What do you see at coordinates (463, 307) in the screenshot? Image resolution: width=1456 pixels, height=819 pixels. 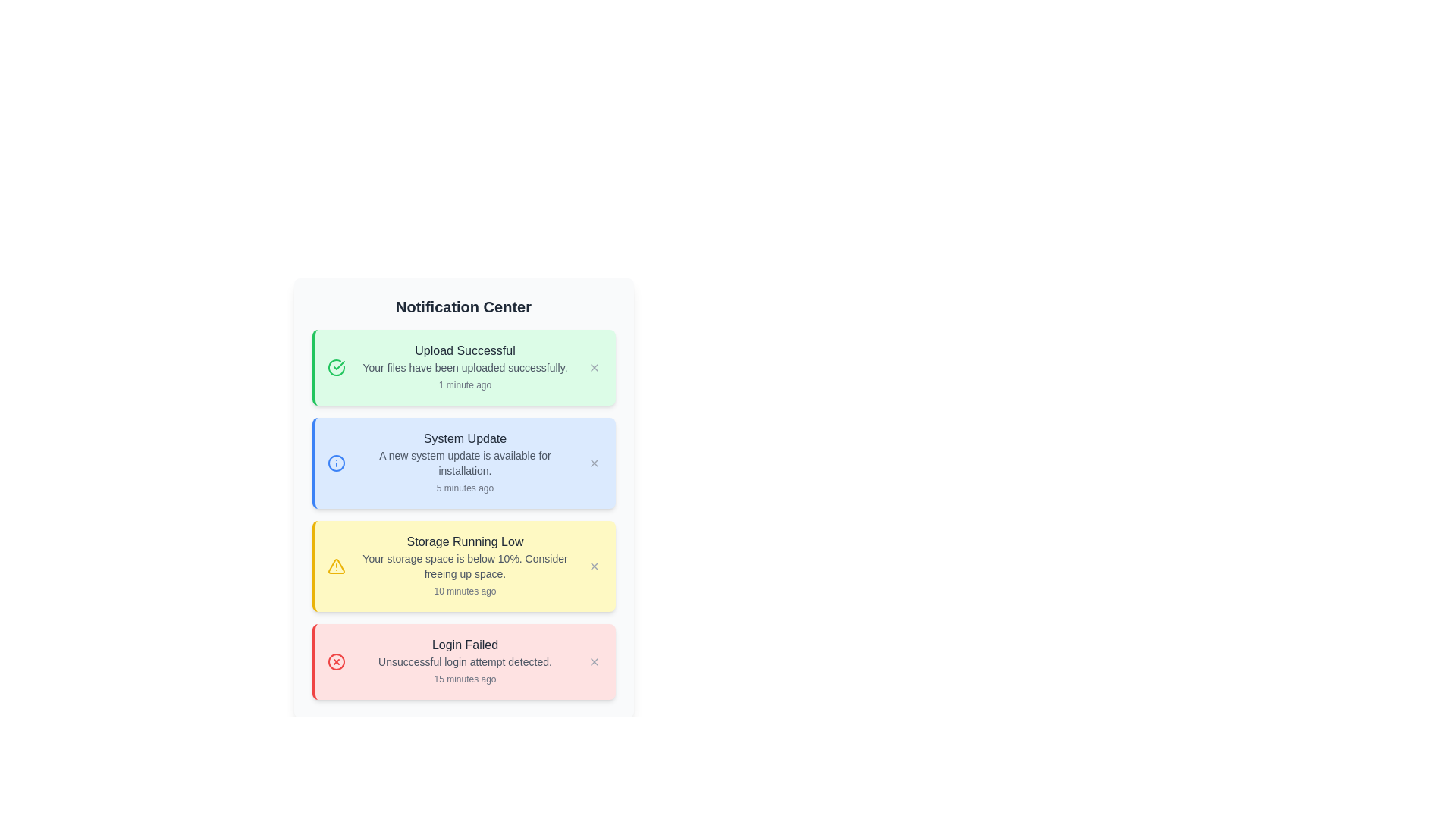 I see `the title text element at the top of the notification center, which indicates the purpose of the panel` at bounding box center [463, 307].